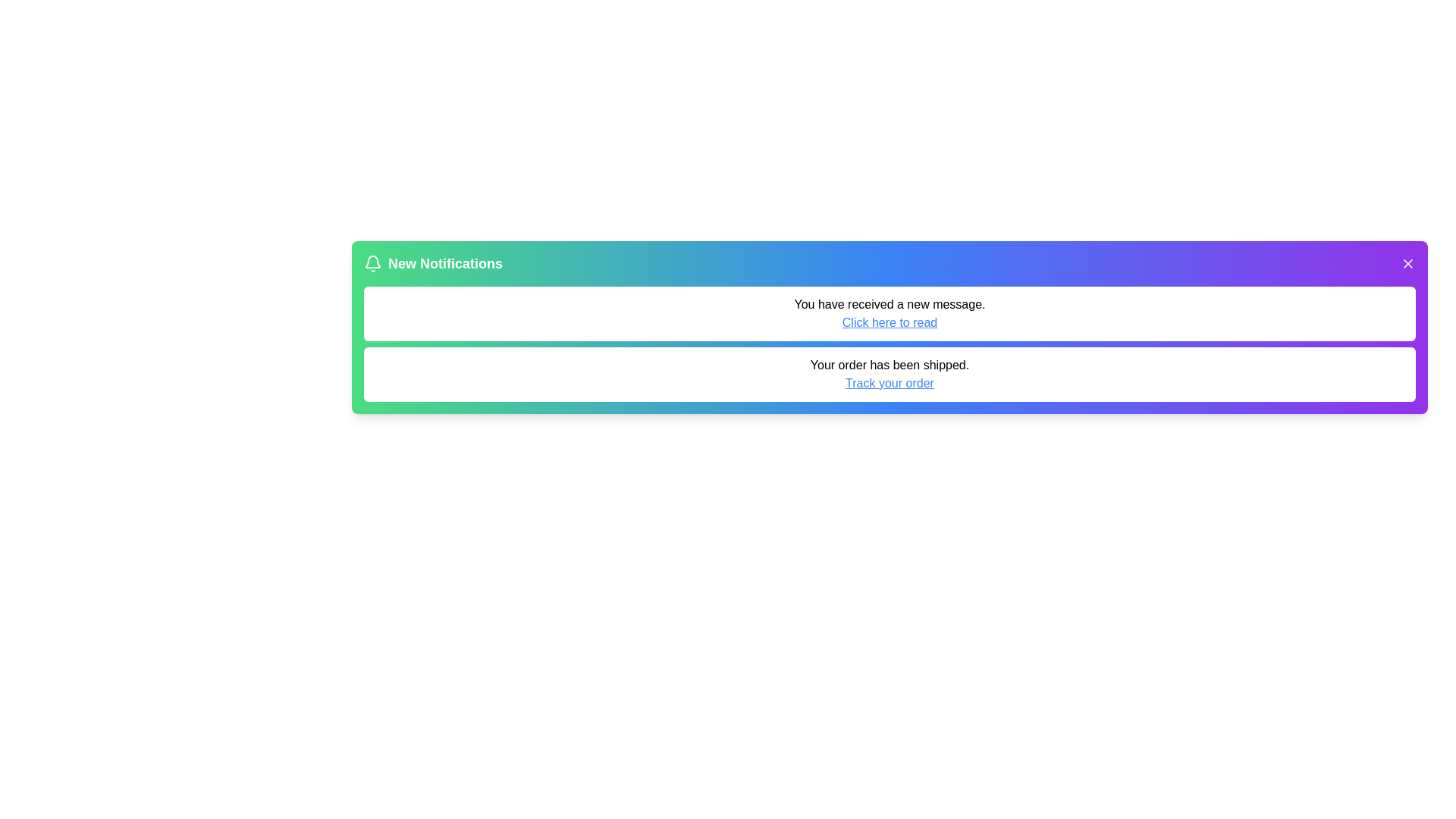 The image size is (1456, 819). What do you see at coordinates (372, 261) in the screenshot?
I see `the minimalistic bell icon on the leftmost side of the notification header` at bounding box center [372, 261].